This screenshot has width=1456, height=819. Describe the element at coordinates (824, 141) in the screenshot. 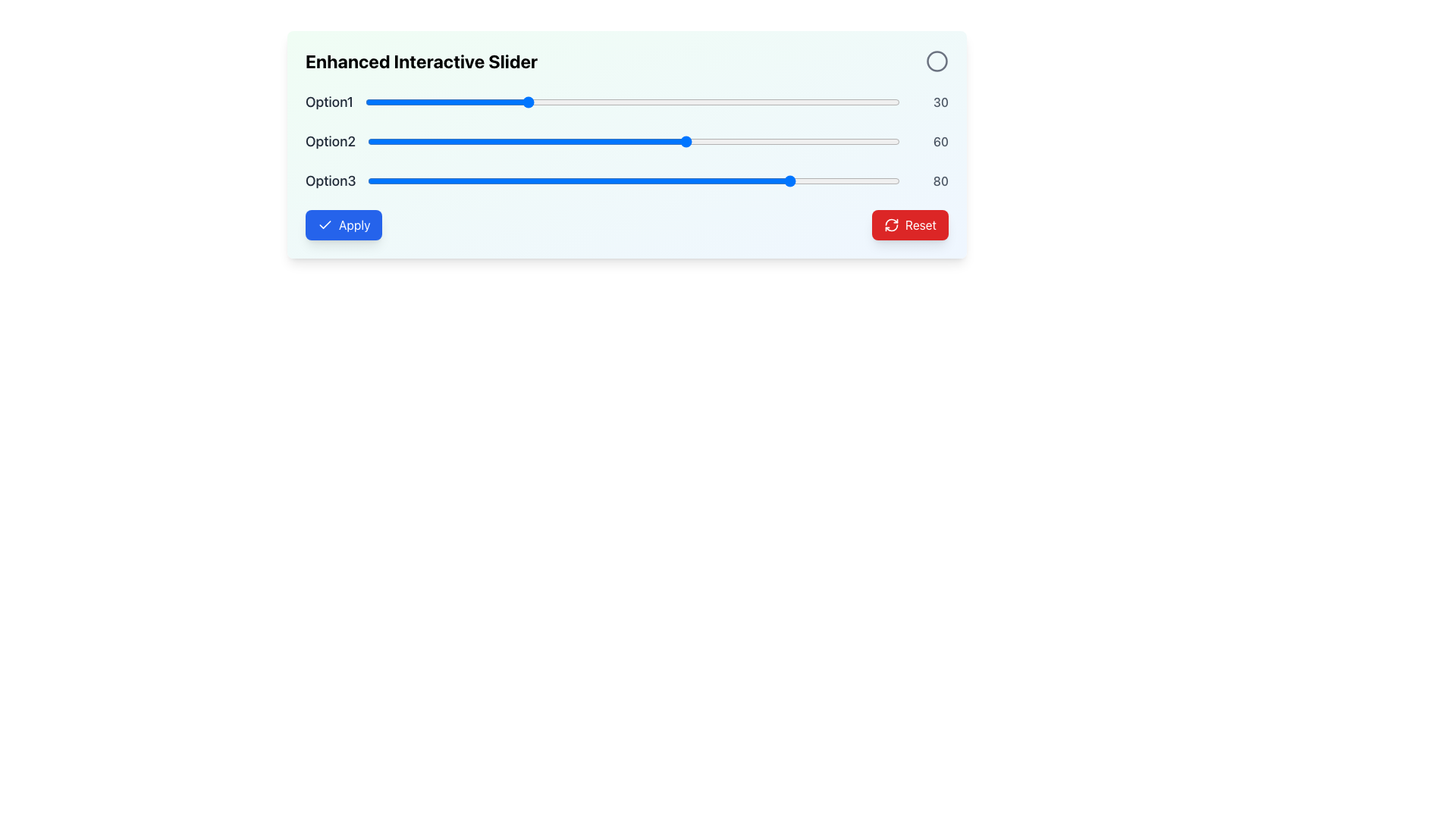

I see `slider` at that location.